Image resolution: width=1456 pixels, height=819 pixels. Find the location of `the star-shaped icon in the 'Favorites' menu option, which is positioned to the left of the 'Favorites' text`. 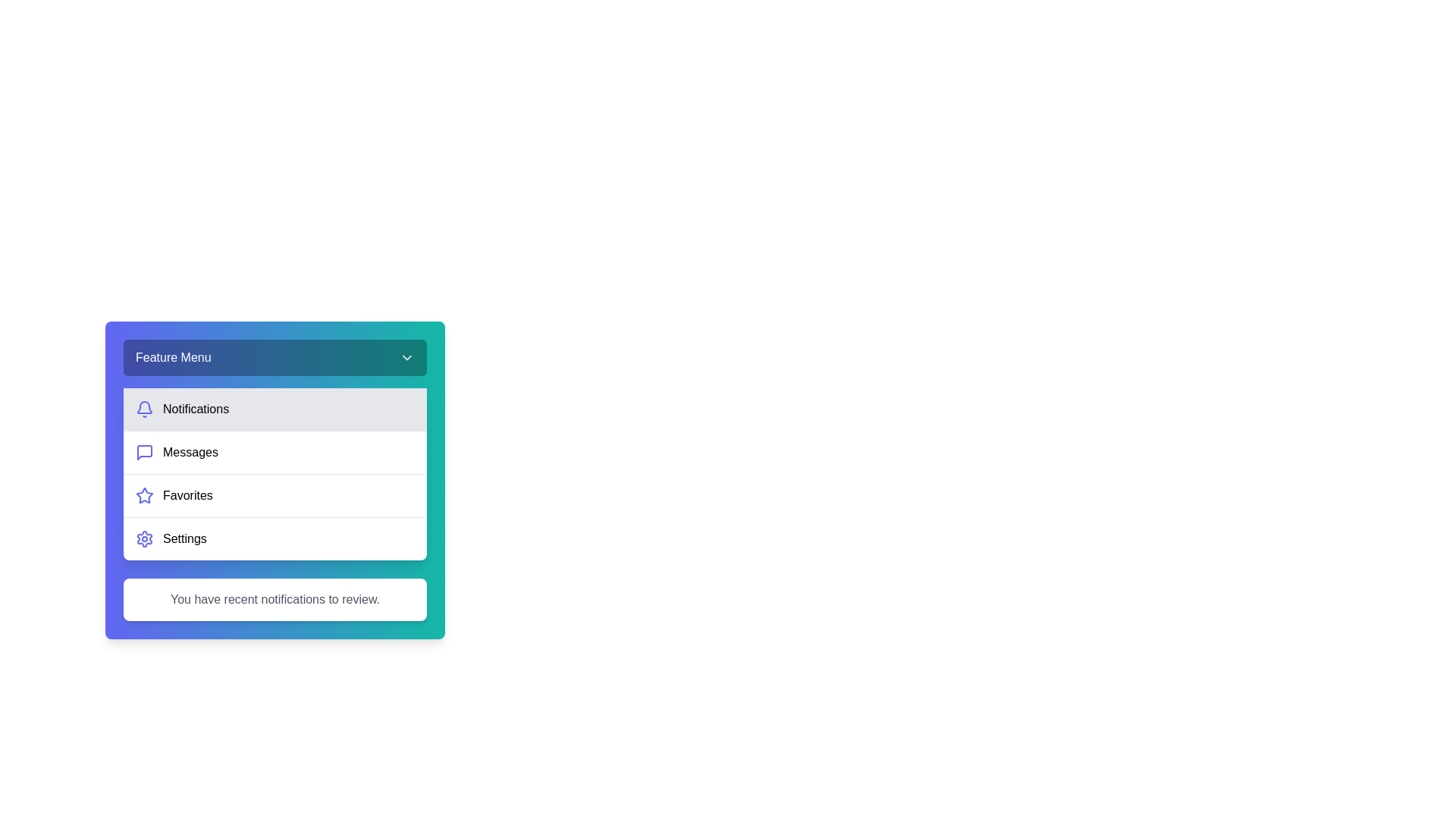

the star-shaped icon in the 'Favorites' menu option, which is positioned to the left of the 'Favorites' text is located at coordinates (145, 496).